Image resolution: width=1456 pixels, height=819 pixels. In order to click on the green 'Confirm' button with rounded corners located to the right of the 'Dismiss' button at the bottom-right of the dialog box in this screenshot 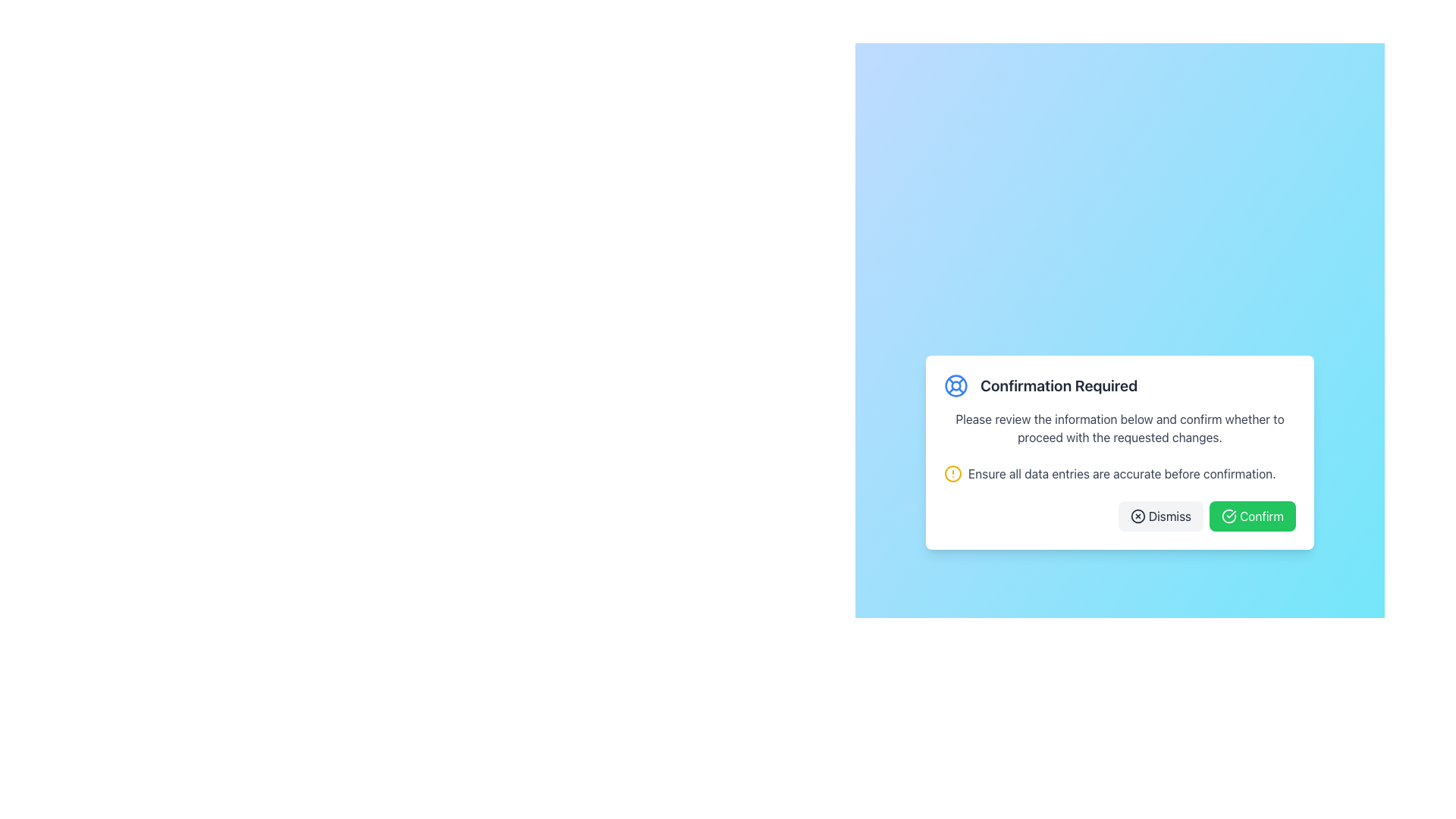, I will do `click(1252, 516)`.